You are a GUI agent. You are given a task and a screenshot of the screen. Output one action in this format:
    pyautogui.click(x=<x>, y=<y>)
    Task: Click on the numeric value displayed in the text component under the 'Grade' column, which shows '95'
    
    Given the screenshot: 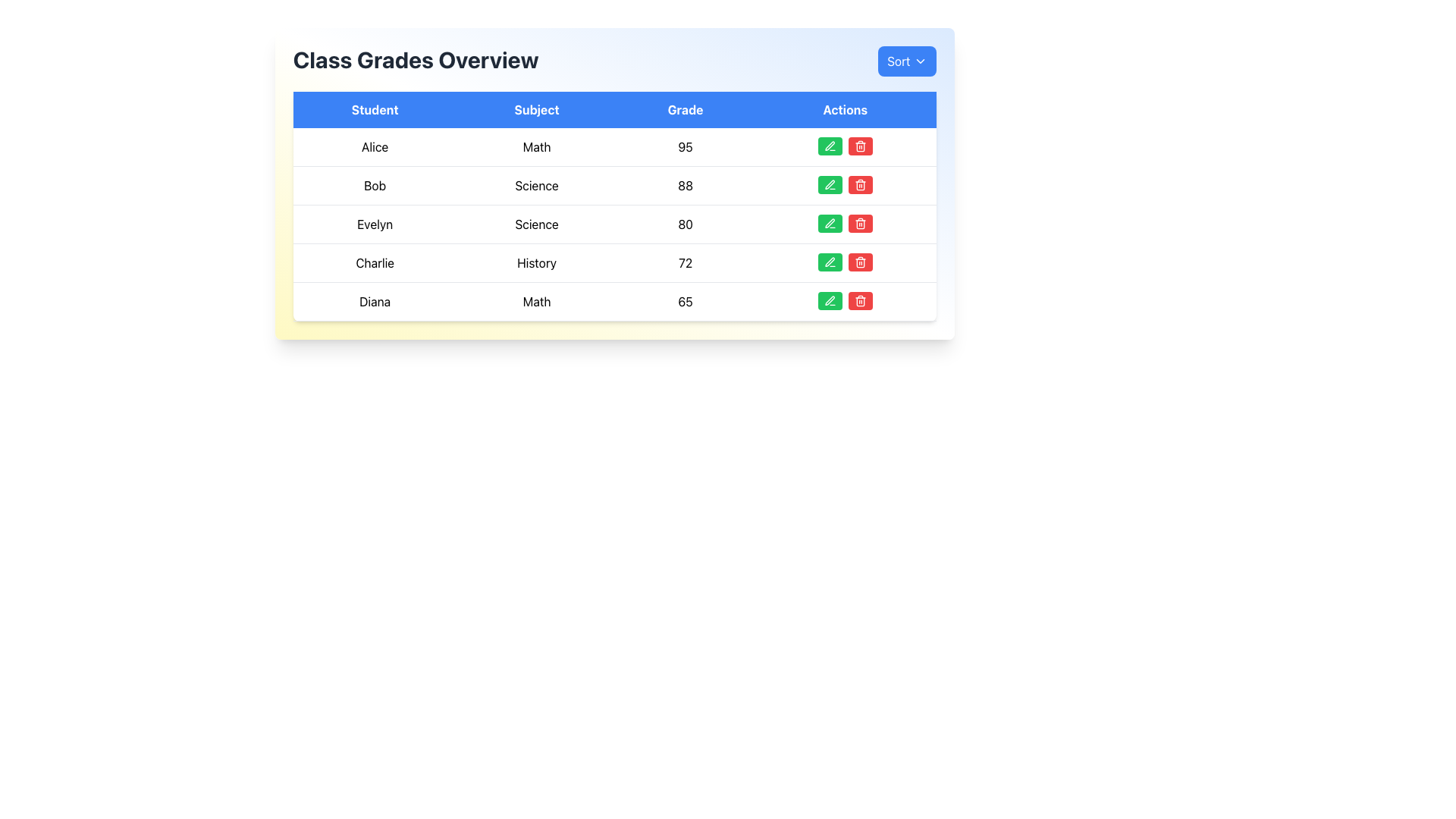 What is the action you would take?
    pyautogui.click(x=685, y=147)
    